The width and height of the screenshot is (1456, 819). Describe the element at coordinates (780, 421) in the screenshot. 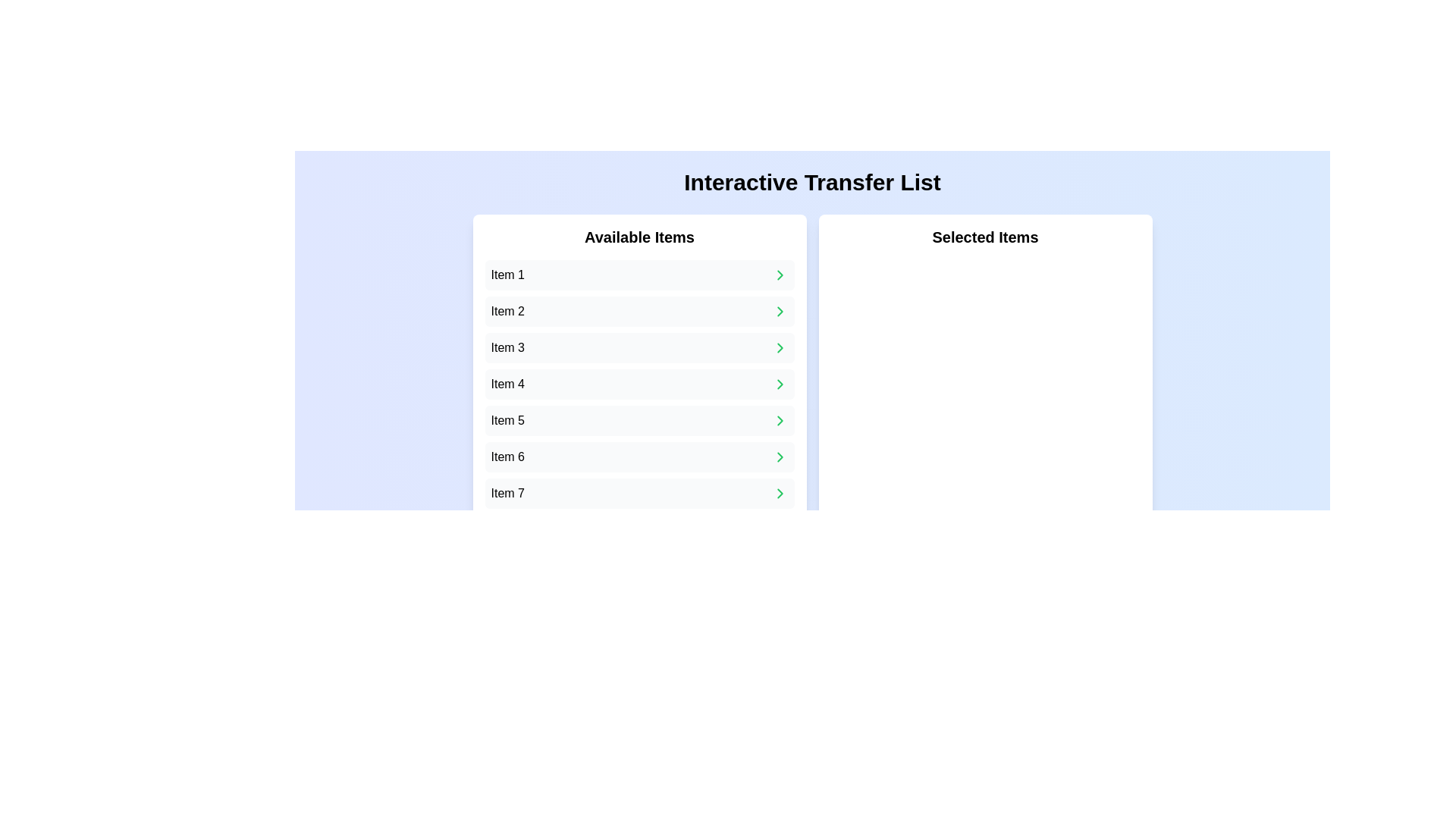

I see `the Interactive Icon located at the far right of the 'Item 5' entry in the list` at that location.